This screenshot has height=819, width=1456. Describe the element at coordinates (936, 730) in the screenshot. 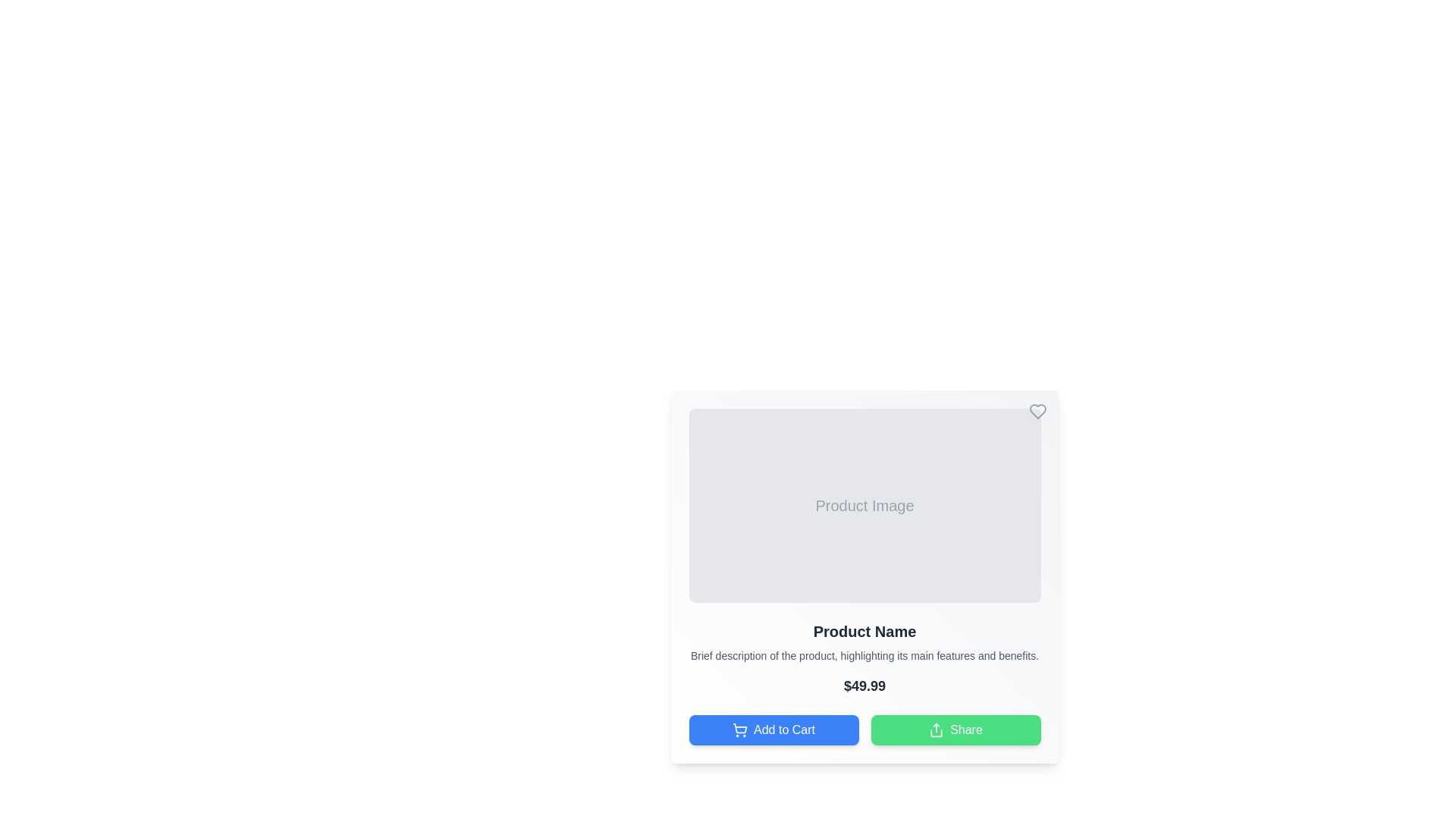

I see `the share icon located to the left of the text 'Share' within the green rectangular button labeled 'Share' at the bottom-right corner of the product card to initiate the sharing functionality` at that location.